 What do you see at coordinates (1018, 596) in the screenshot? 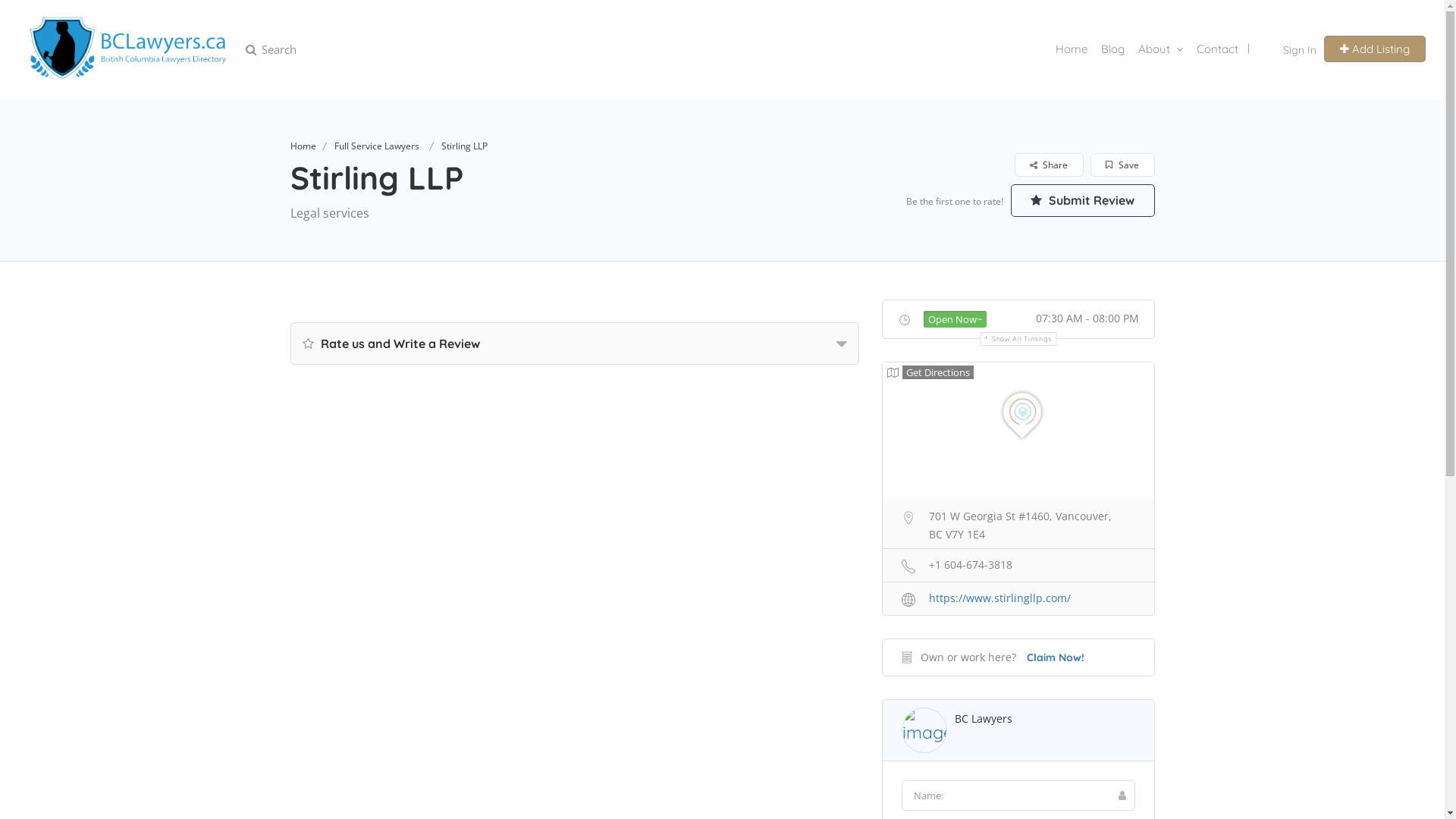
I see `'https://www.stirlingllp.com/'` at bounding box center [1018, 596].